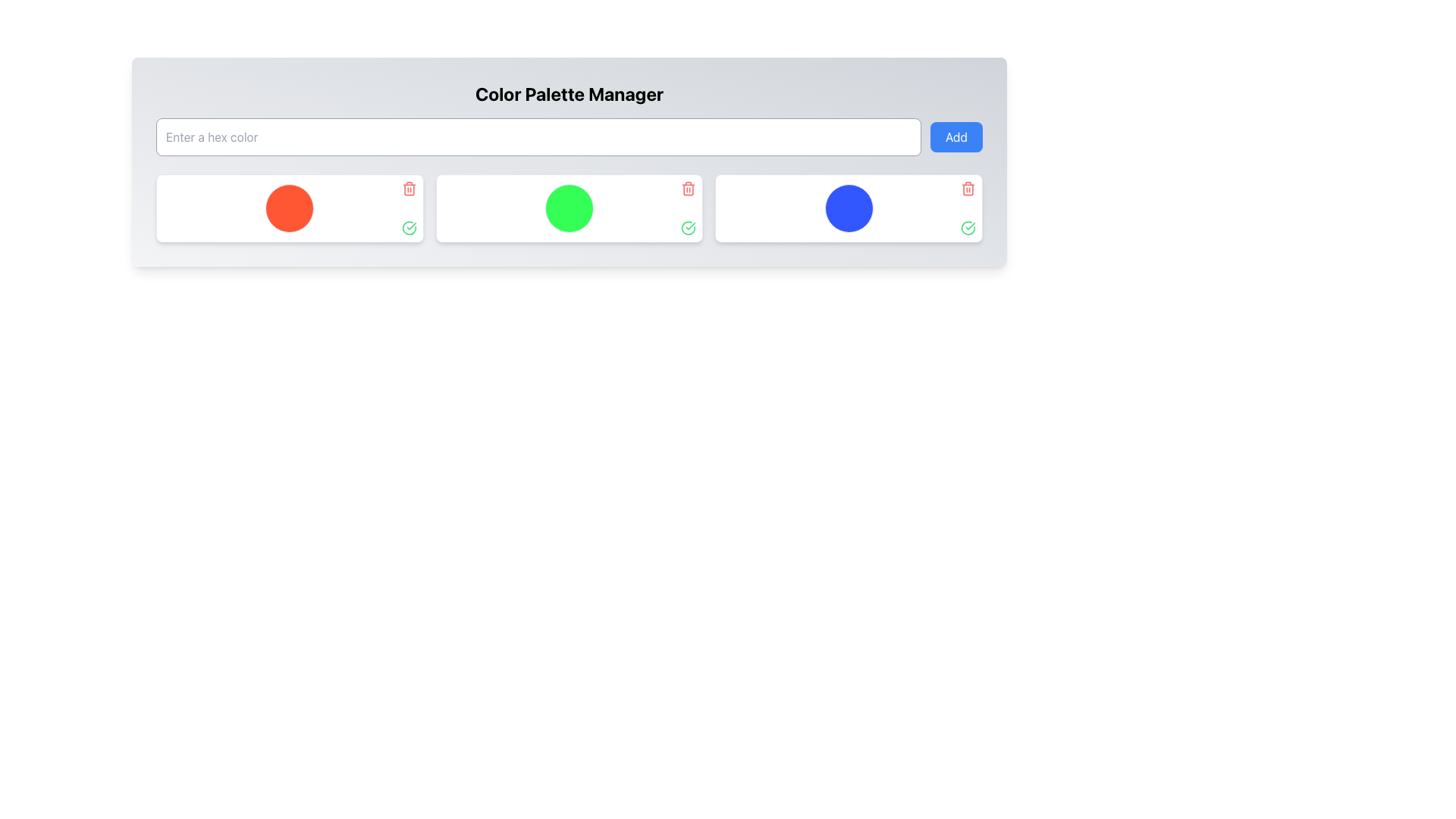 The image size is (1456, 819). I want to click on the green checkmark icon within a circular border located at the bottom-right corner of the middle color card in a horizontal row of three cards, so click(688, 227).